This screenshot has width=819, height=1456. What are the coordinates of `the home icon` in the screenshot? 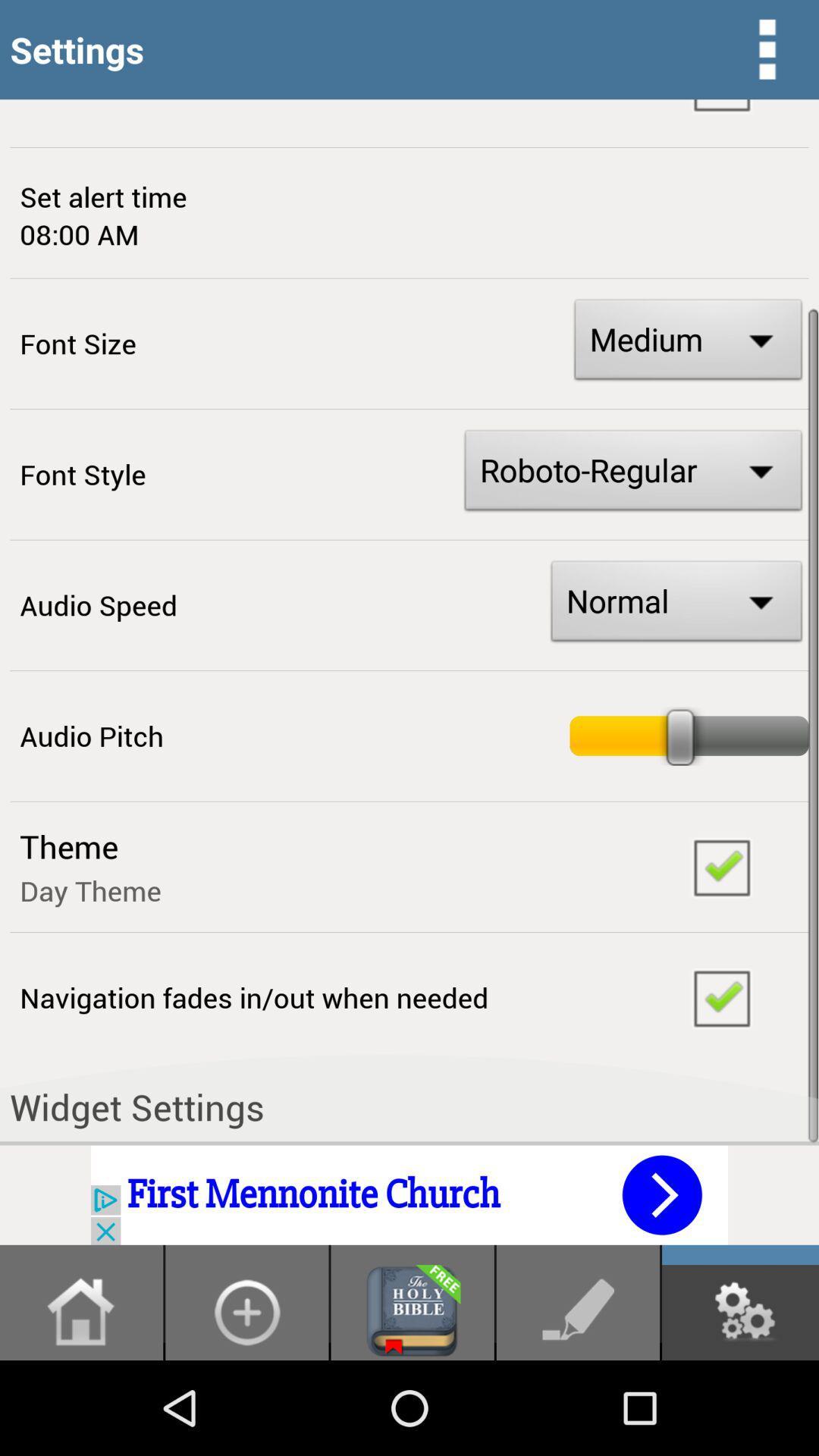 It's located at (81, 1404).